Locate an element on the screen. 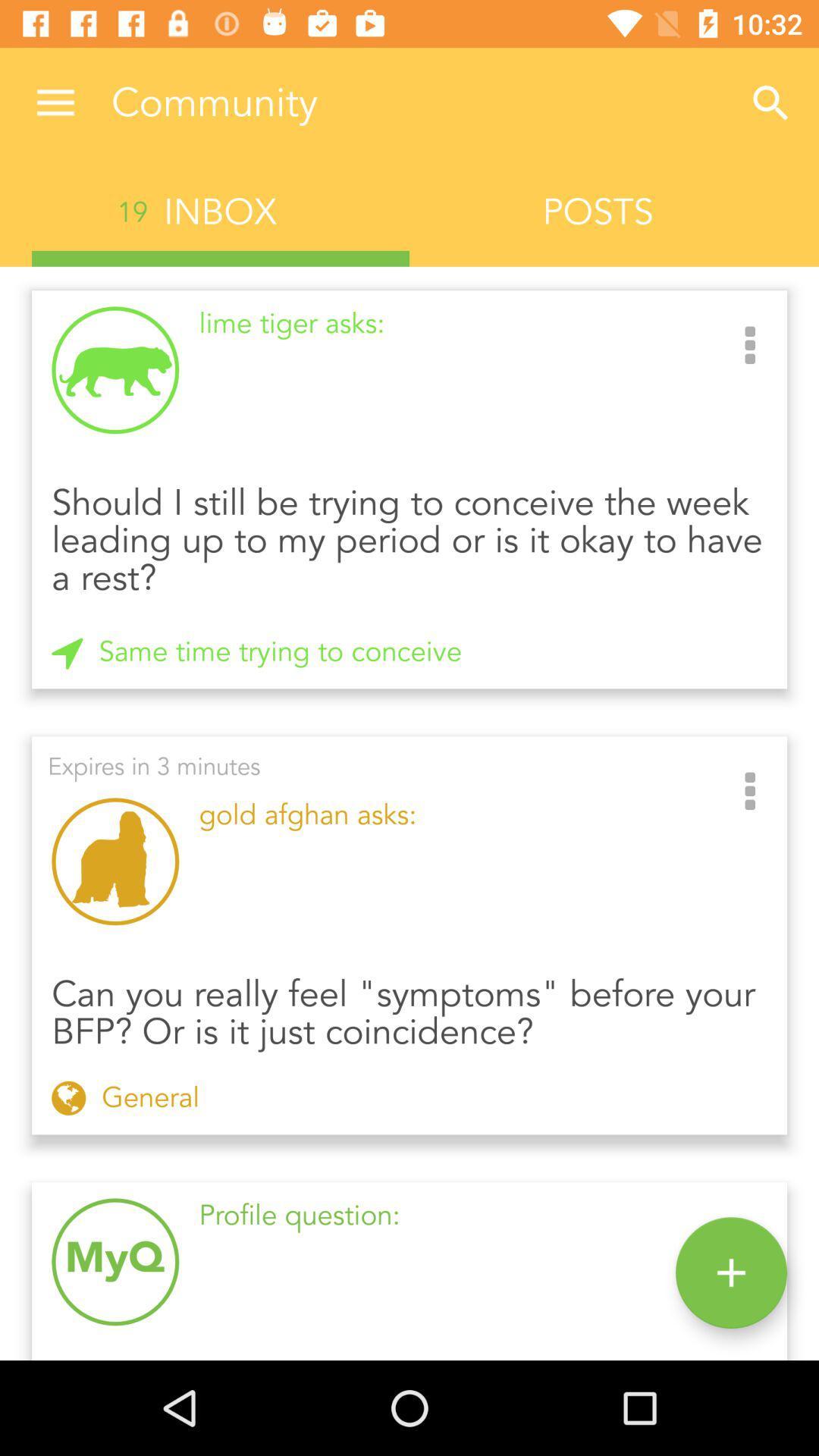 The image size is (819, 1456). the item to the right of gold afghan asks: item is located at coordinates (749, 792).